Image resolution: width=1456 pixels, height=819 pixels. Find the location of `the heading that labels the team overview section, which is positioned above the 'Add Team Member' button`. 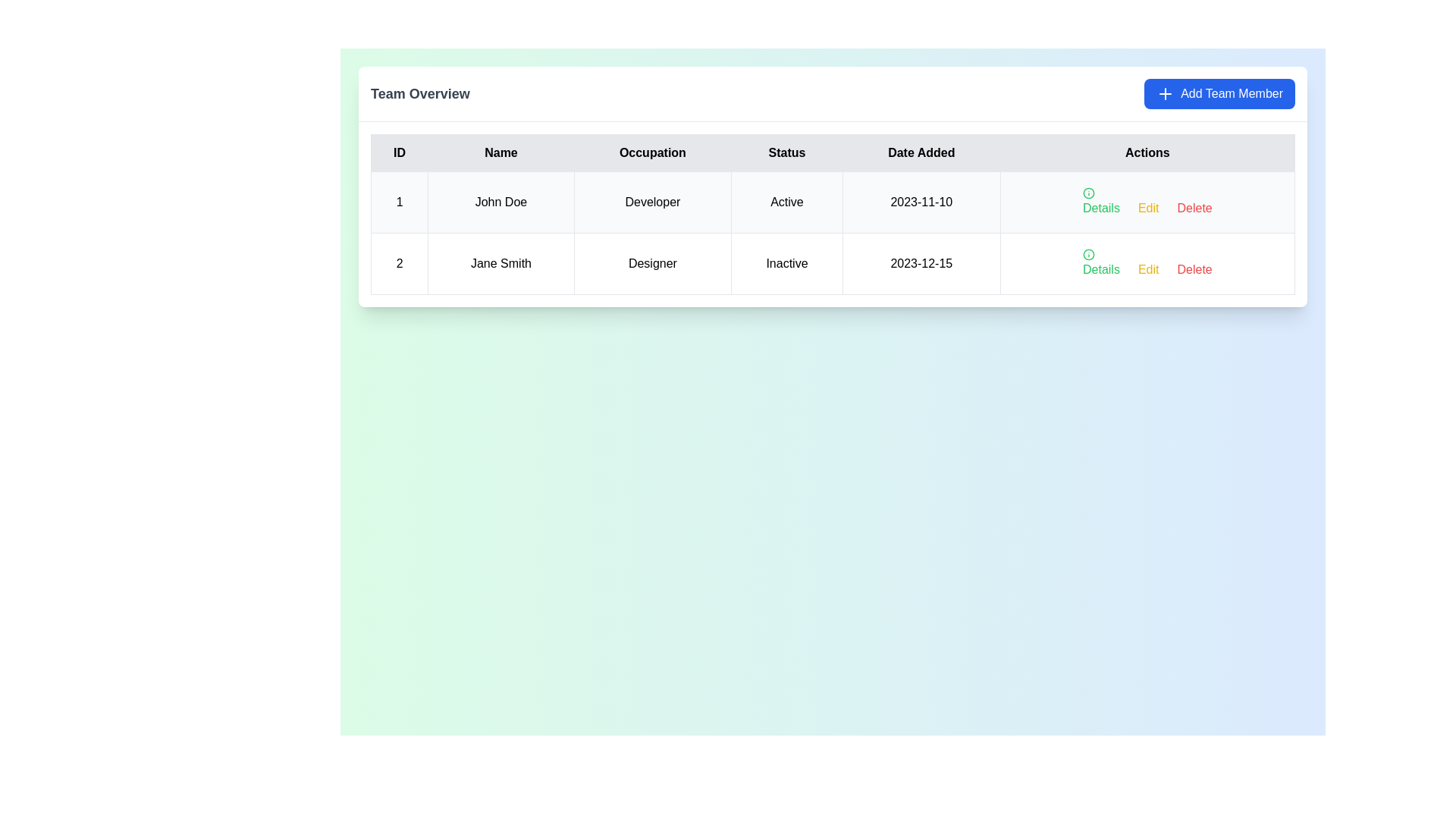

the heading that labels the team overview section, which is positioned above the 'Add Team Member' button is located at coordinates (420, 93).